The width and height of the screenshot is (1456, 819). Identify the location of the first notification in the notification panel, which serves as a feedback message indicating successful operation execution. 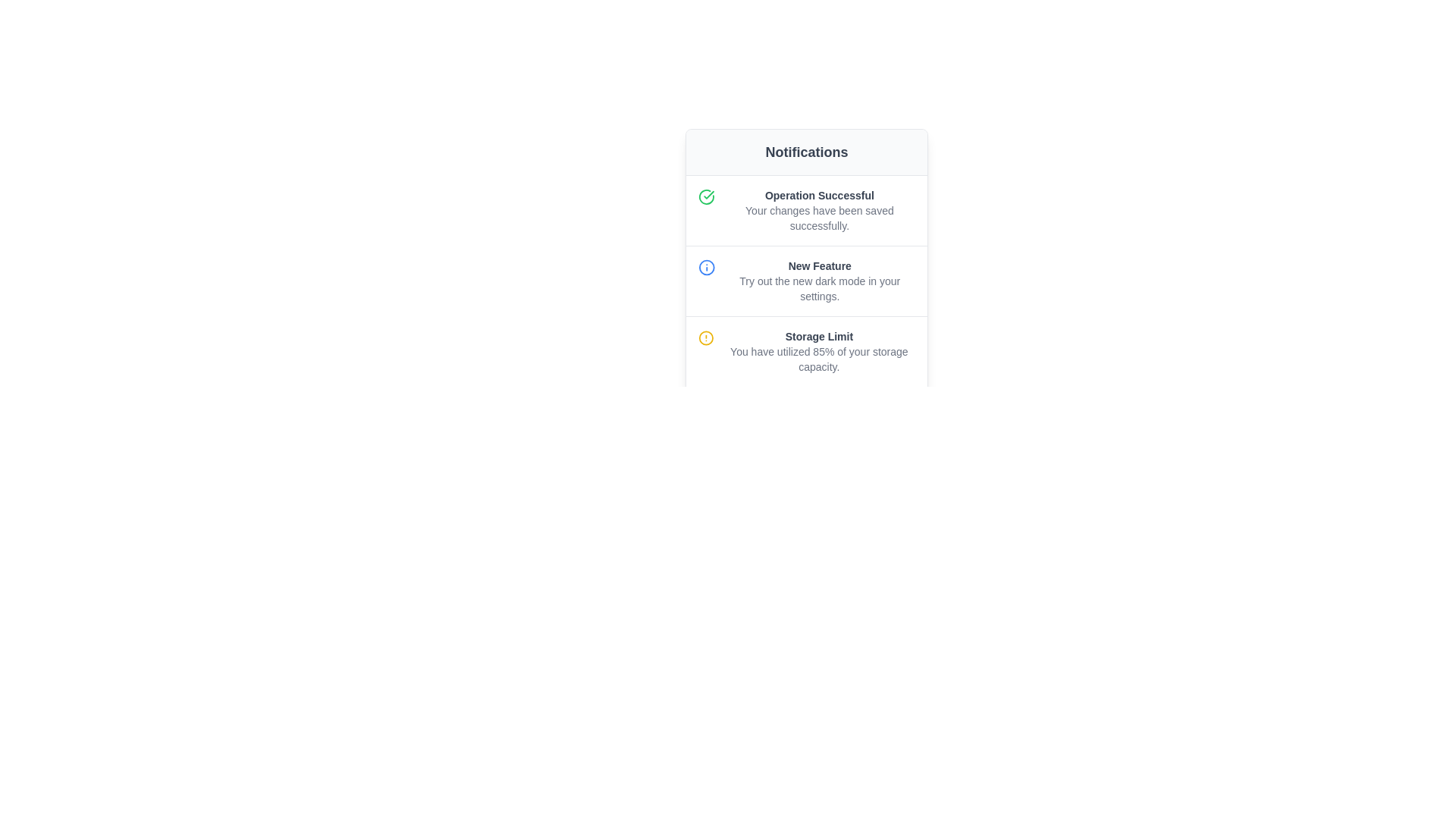
(818, 210).